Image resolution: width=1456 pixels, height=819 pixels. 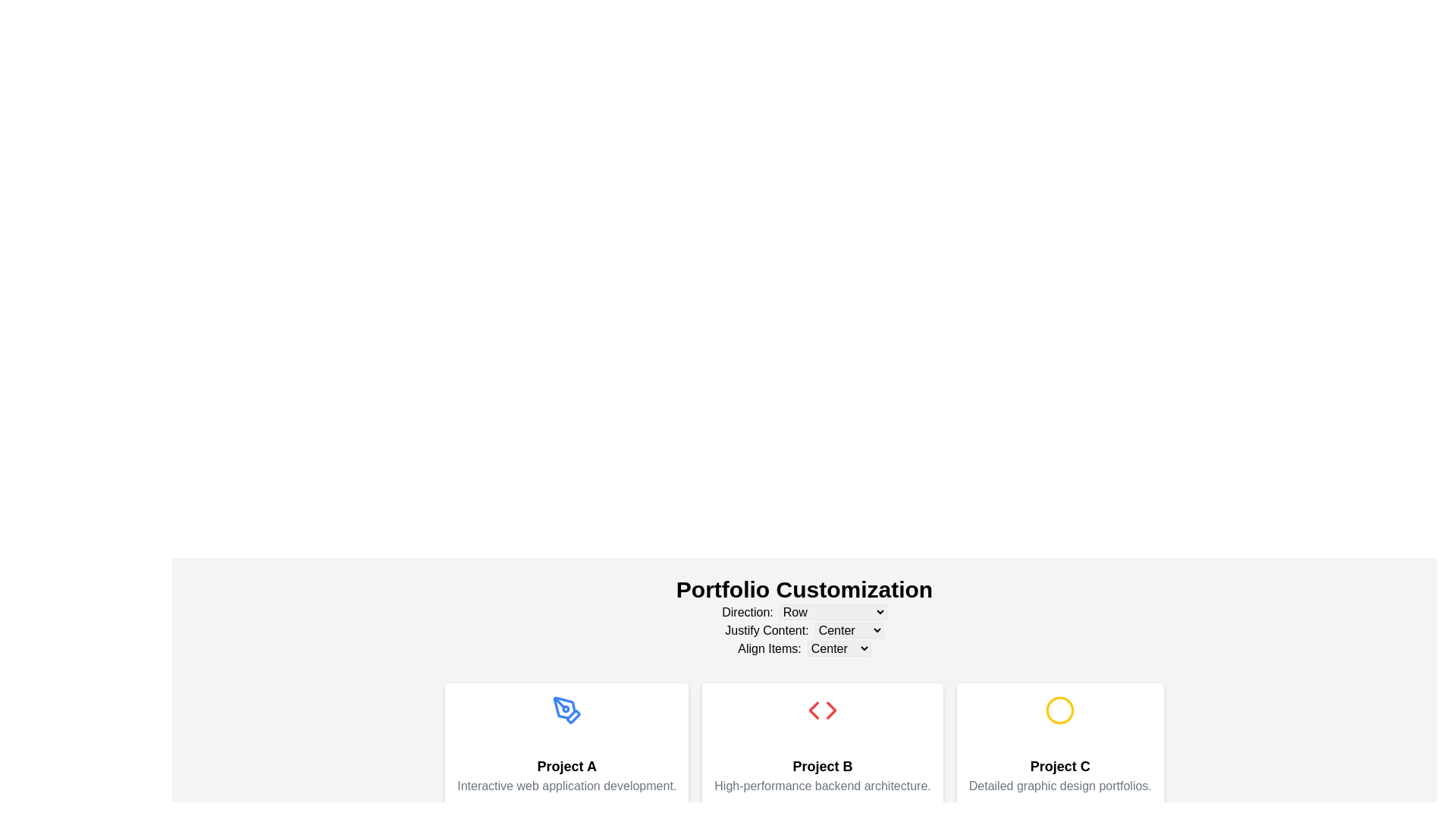 I want to click on the circular yellow outlined icon located in the 'Project C' section of the last column, so click(x=1059, y=711).